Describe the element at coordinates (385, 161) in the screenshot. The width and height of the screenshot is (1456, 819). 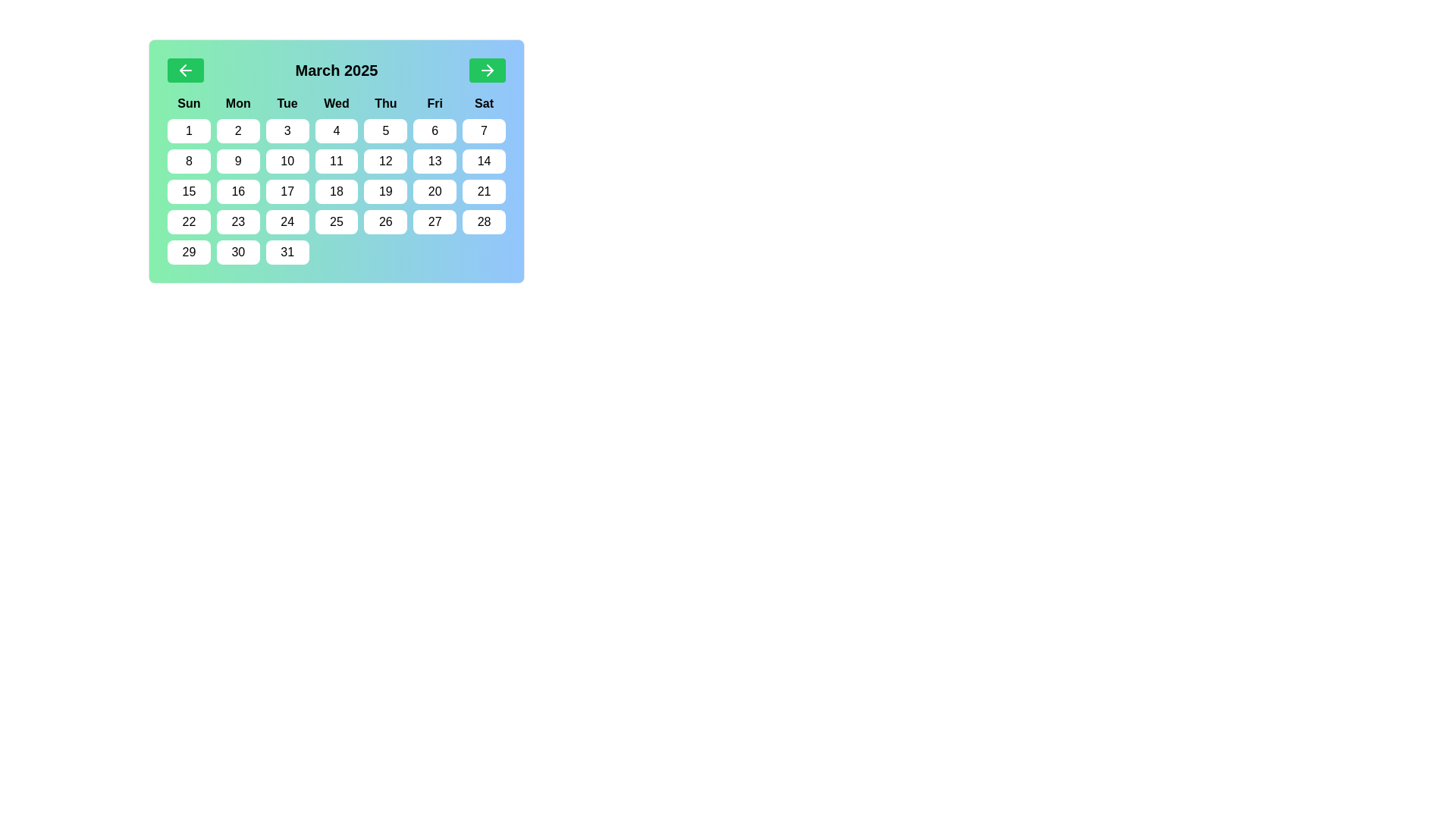
I see `the Interactive calendar day cell representing the 12th day of the month located under the header Thursday ('Thu') in the second row, fifth column of the calendar grid` at that location.